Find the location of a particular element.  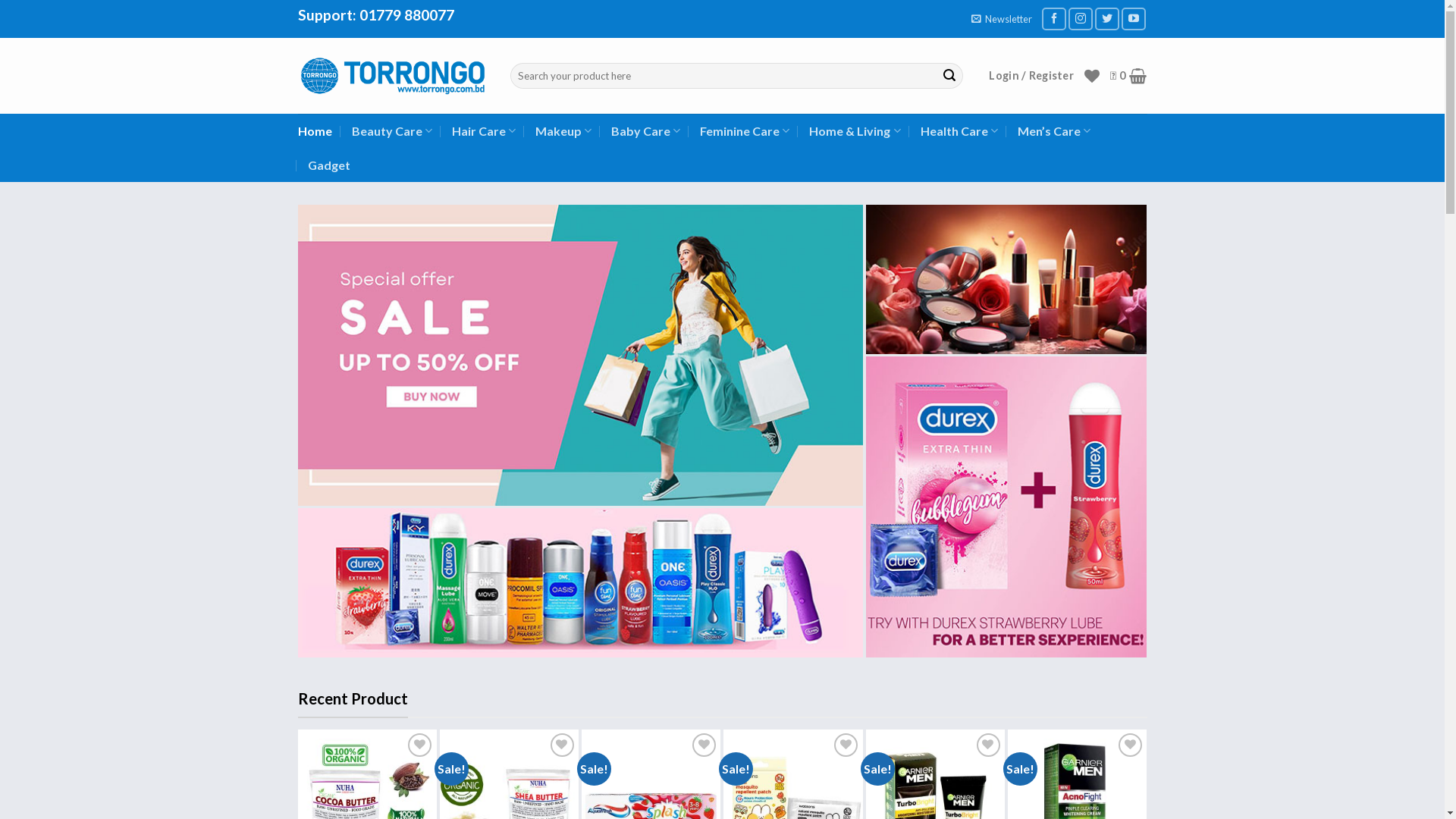

'Follow on YouTube' is located at coordinates (1133, 18).